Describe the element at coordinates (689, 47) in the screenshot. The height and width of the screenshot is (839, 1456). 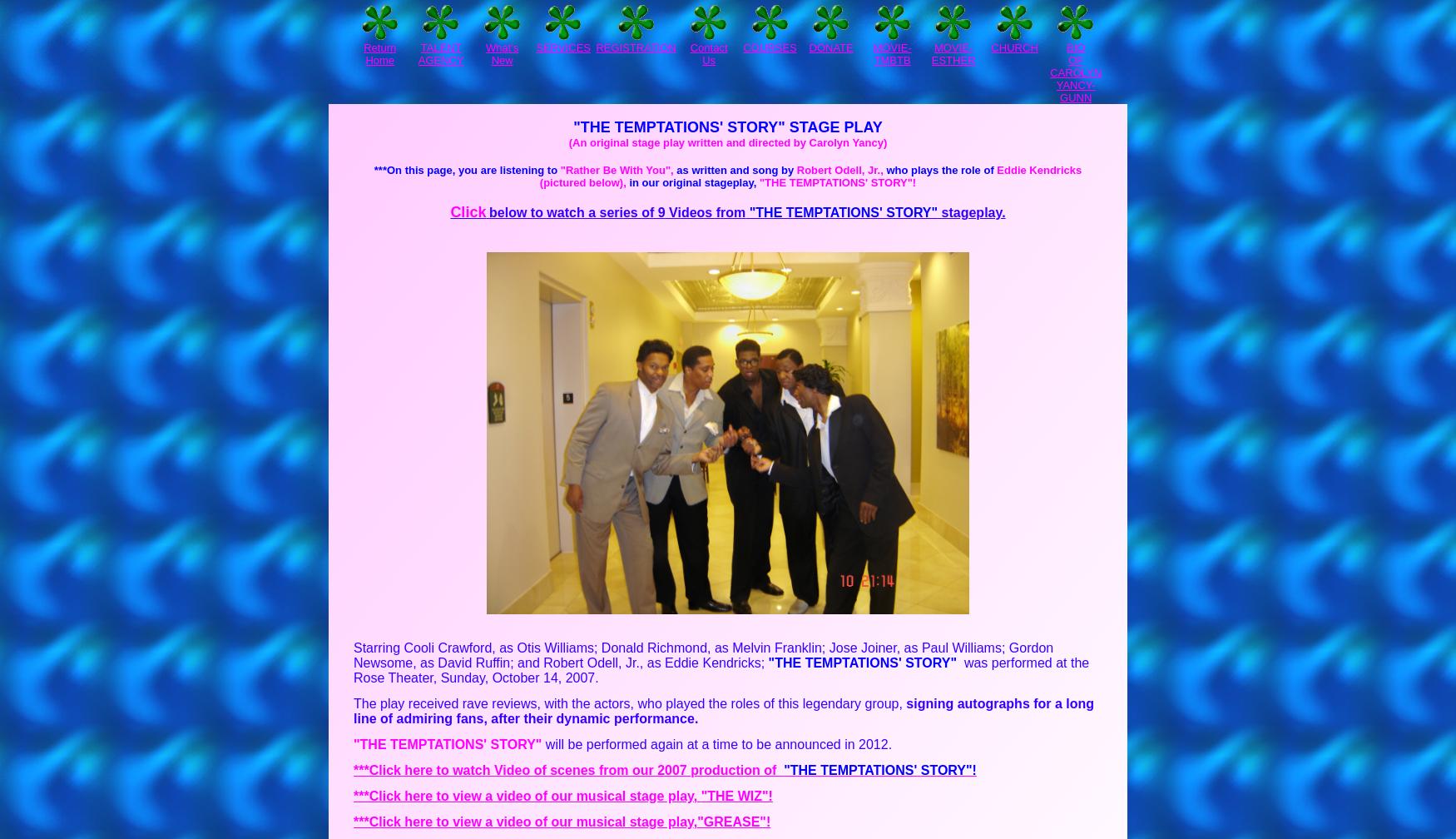
I see `'Contact'` at that location.